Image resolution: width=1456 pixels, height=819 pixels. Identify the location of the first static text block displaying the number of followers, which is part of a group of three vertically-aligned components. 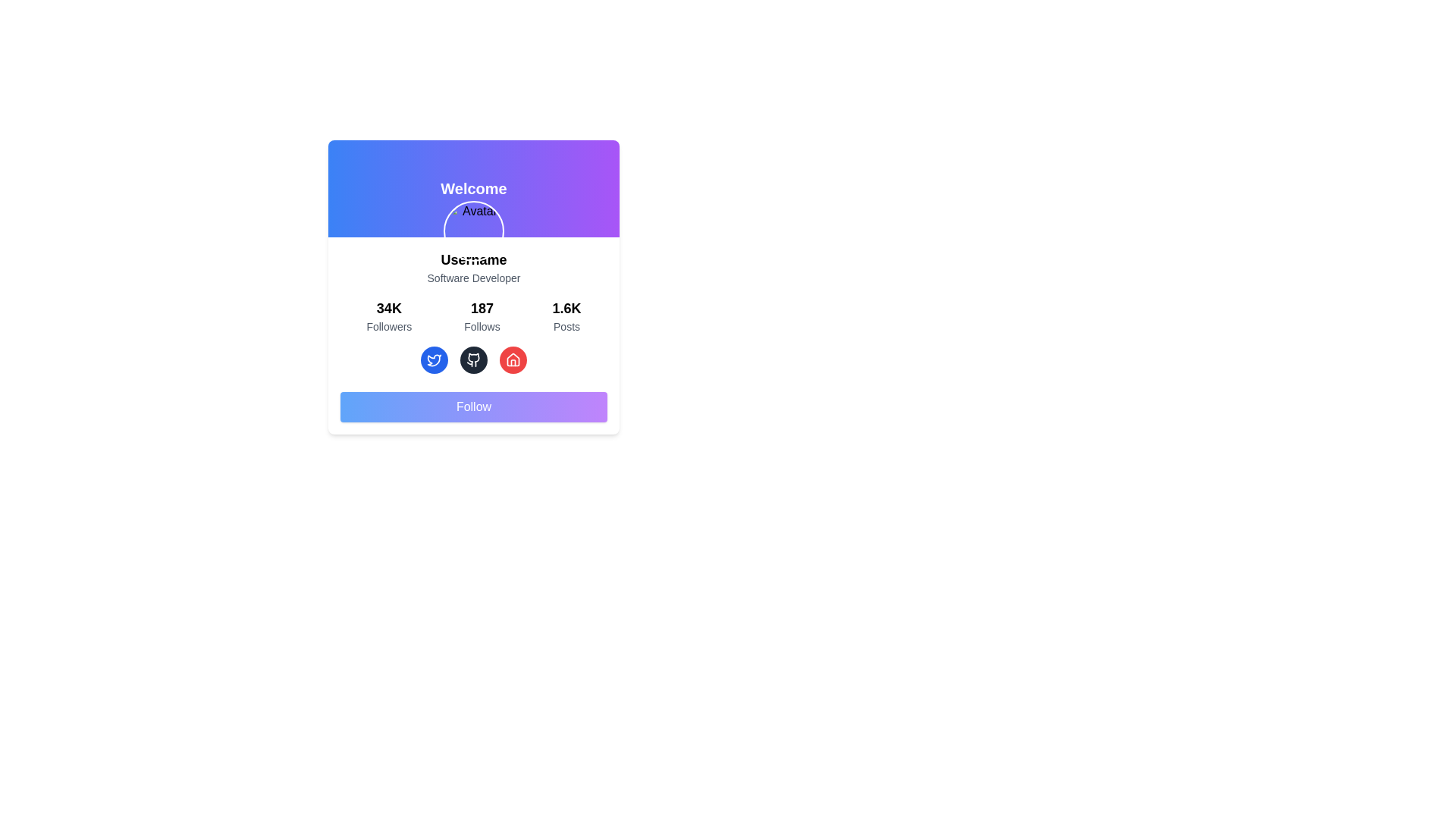
(389, 315).